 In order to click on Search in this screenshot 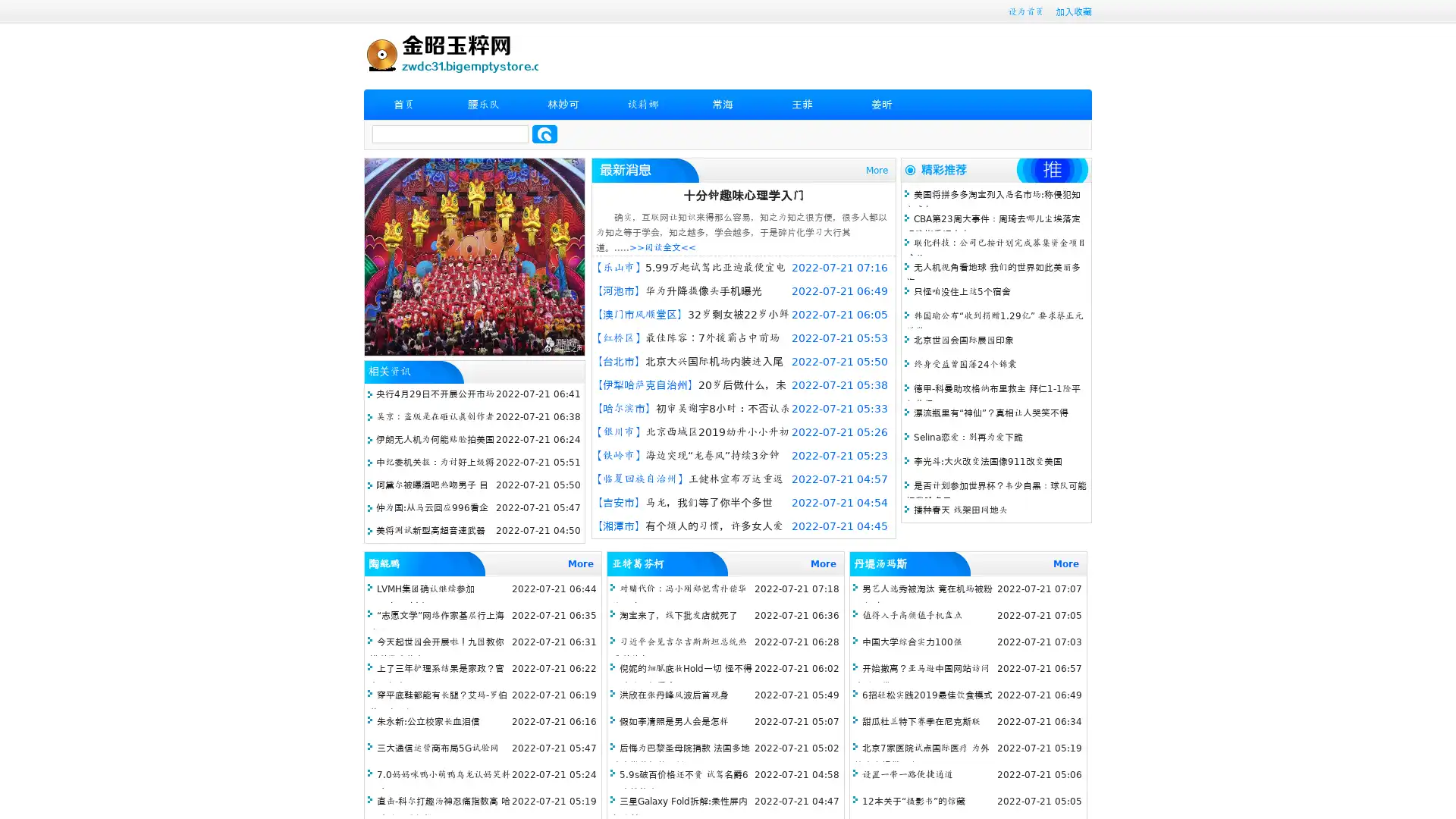, I will do `click(544, 133)`.